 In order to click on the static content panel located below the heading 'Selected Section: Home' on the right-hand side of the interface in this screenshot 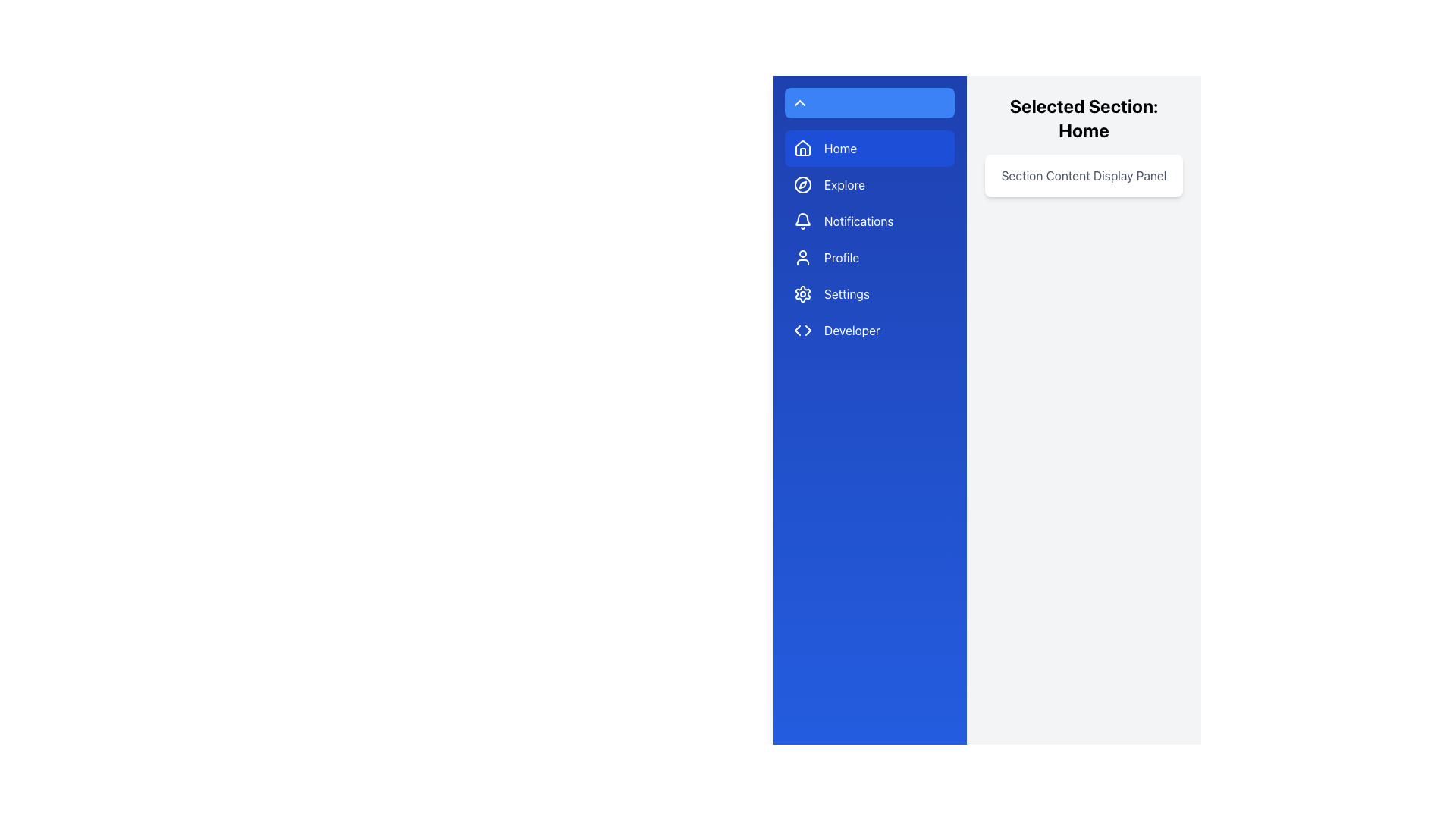, I will do `click(1083, 174)`.